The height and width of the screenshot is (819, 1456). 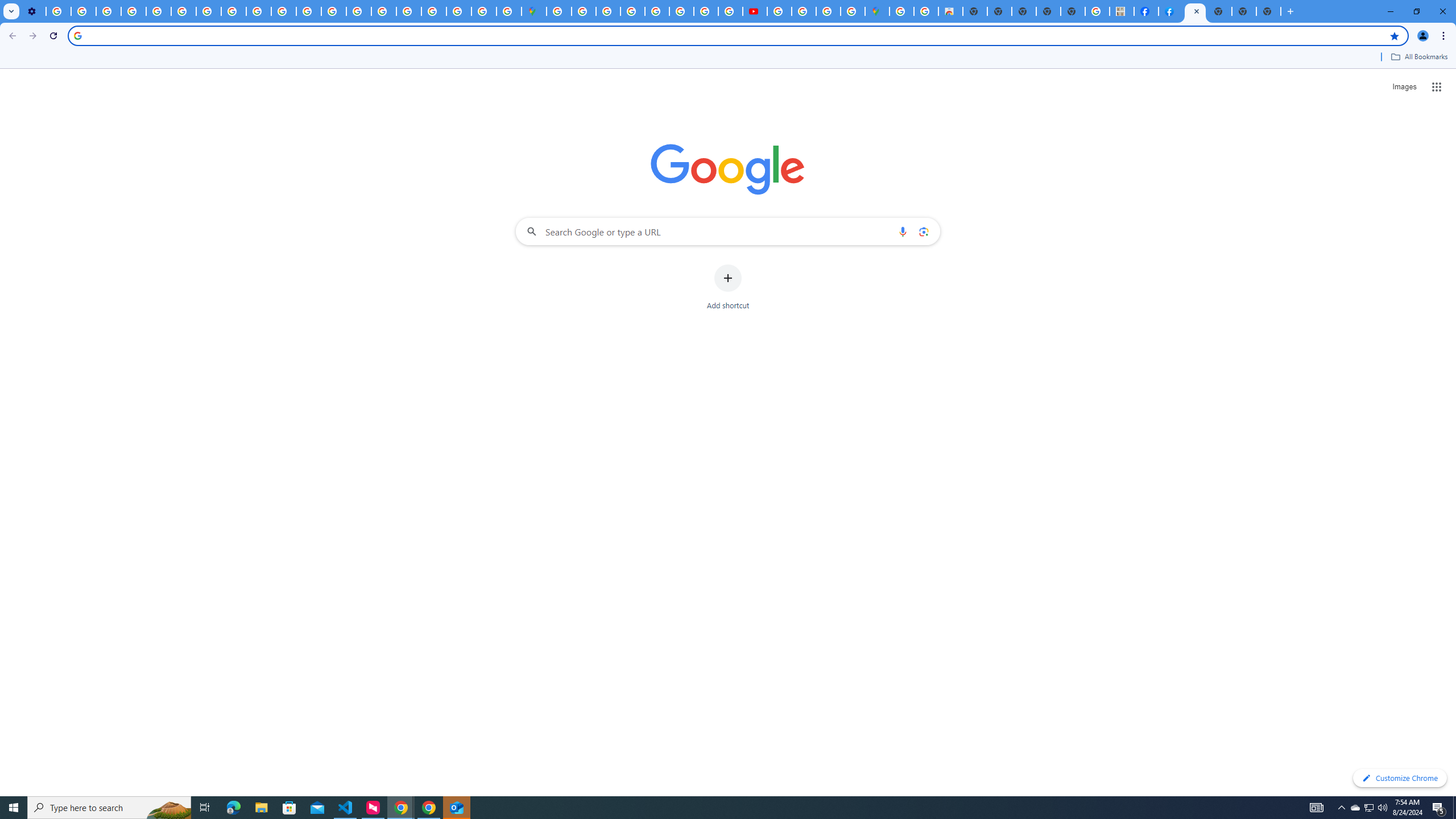 I want to click on 'Add shortcut', so click(x=728, y=287).